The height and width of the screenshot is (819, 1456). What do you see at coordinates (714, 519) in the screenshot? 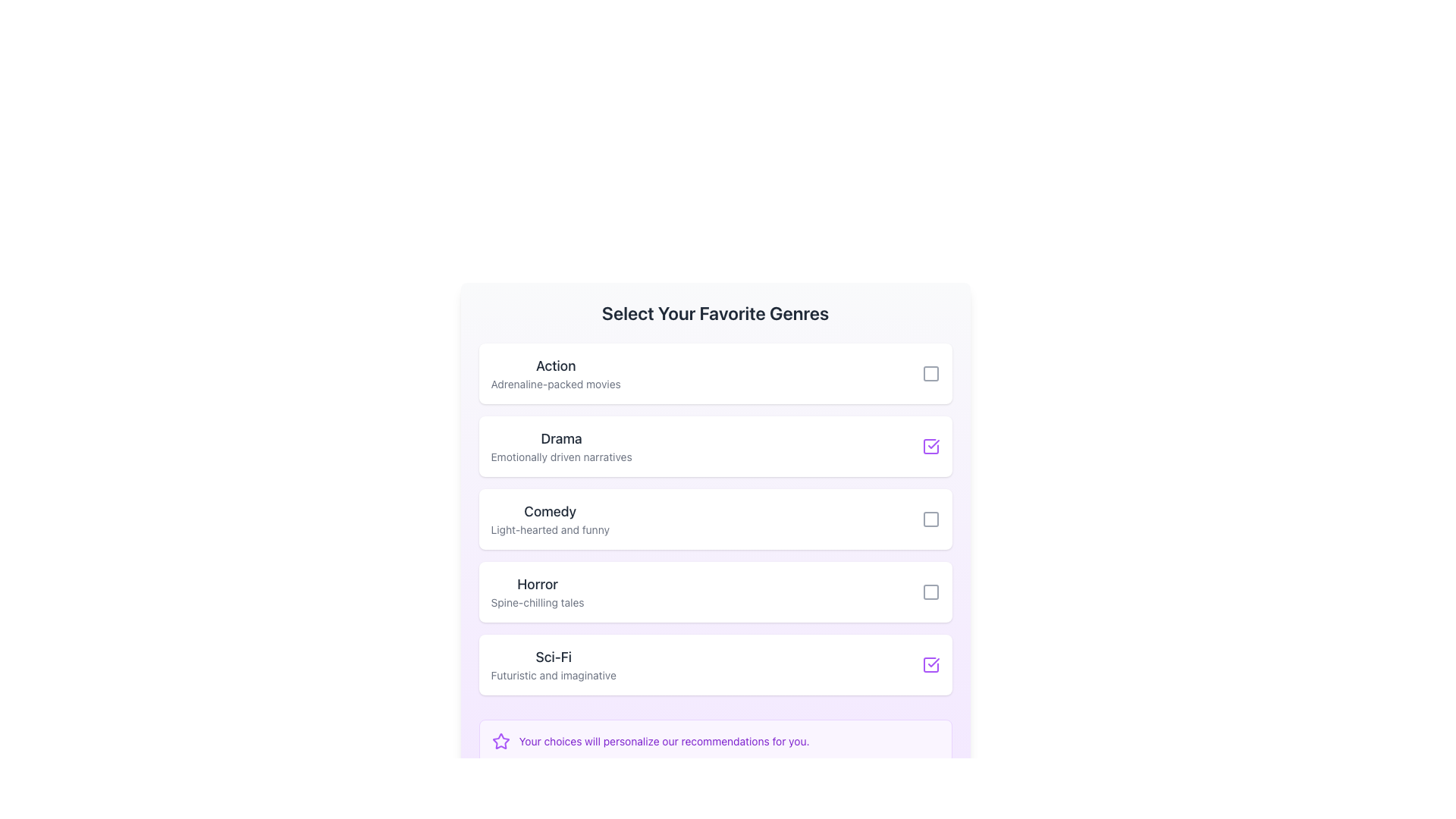
I see `on the checkbox for the 'Comedy' genre in the selectable list` at bounding box center [714, 519].